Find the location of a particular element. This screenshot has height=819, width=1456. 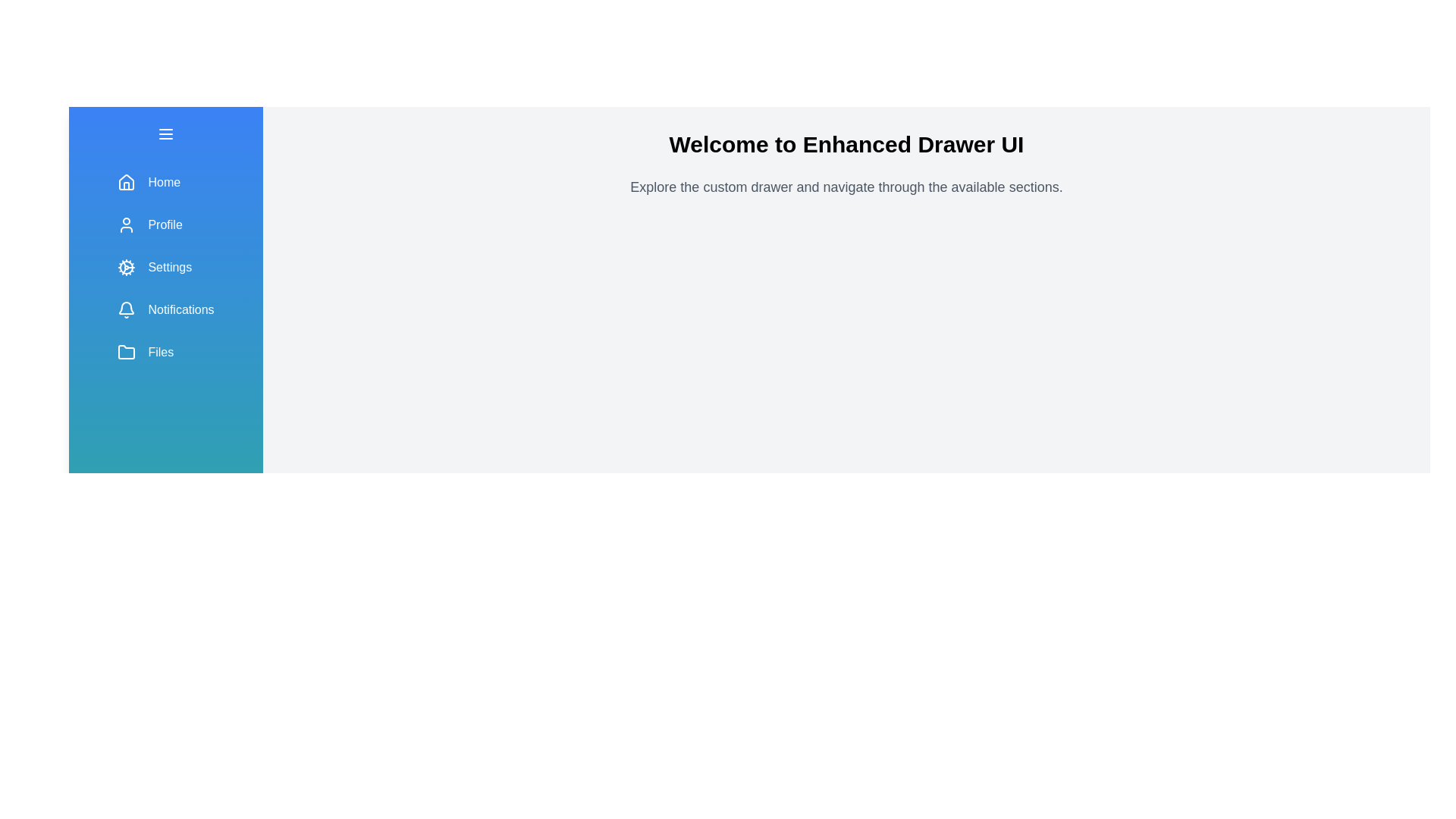

the navigation menu item labeled Settings is located at coordinates (166, 267).